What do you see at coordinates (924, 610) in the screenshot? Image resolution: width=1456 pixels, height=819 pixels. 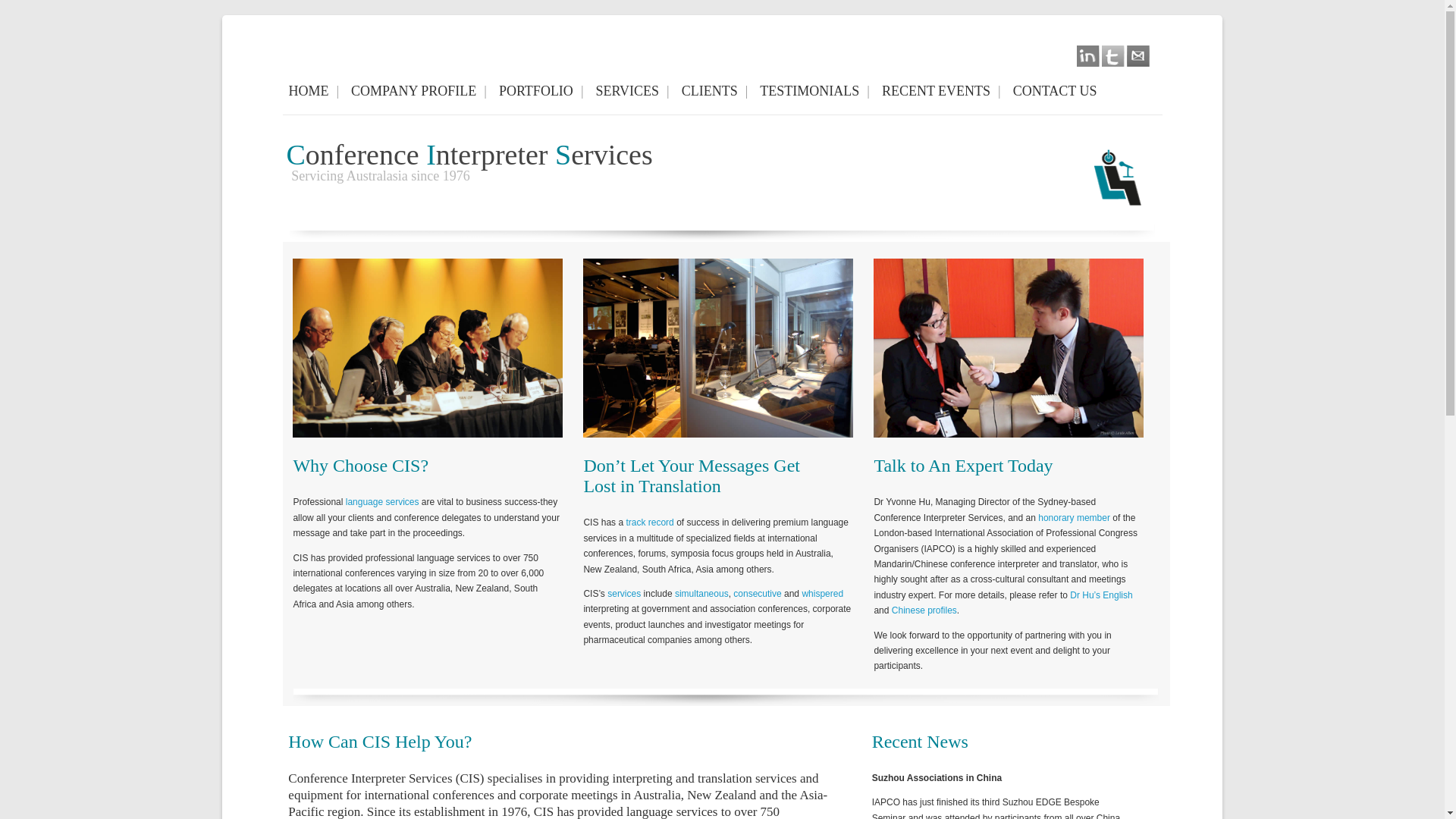 I see `'Chinese profiles'` at bounding box center [924, 610].